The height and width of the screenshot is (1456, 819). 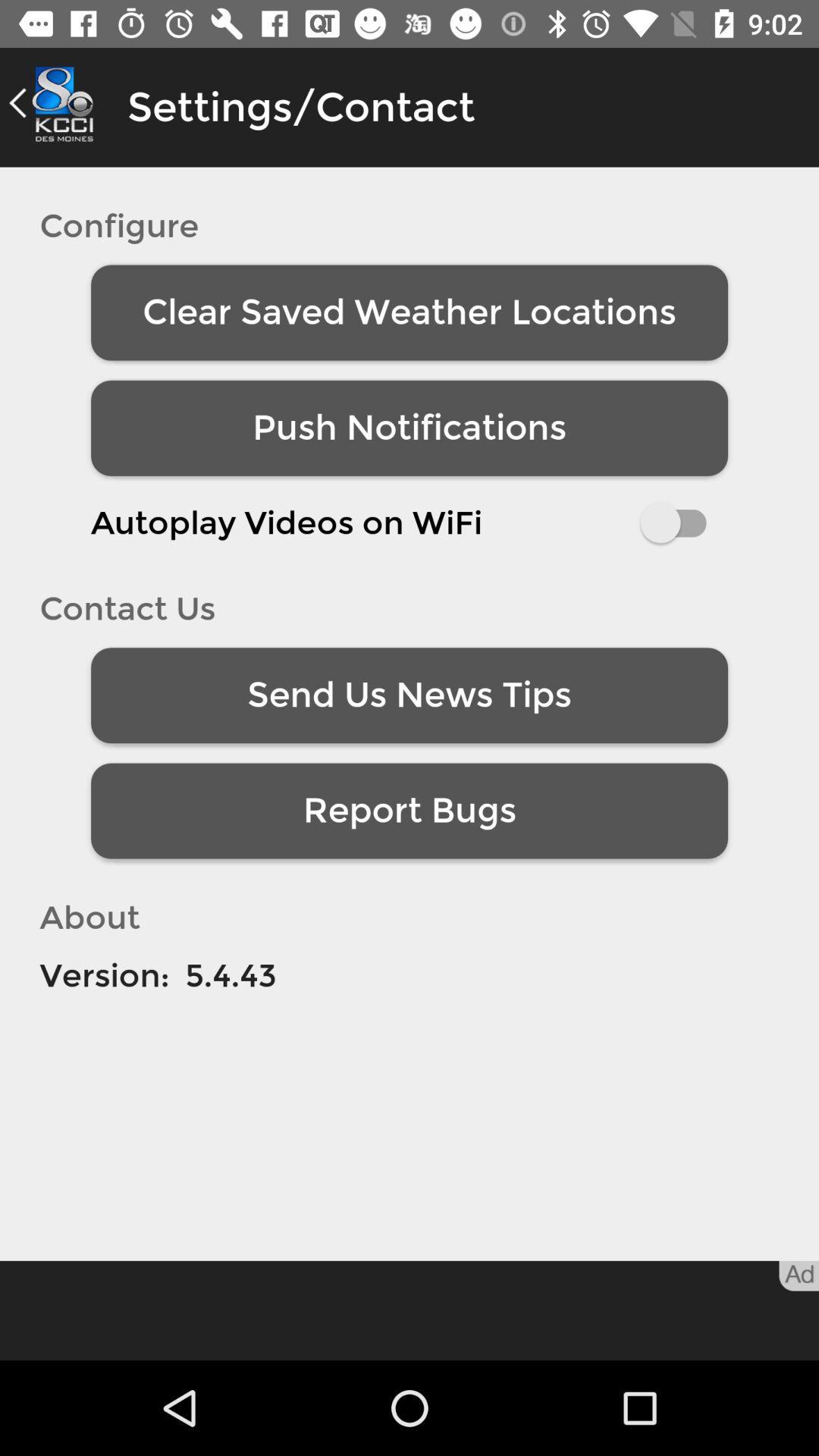 What do you see at coordinates (409, 810) in the screenshot?
I see `the report bugs item` at bounding box center [409, 810].